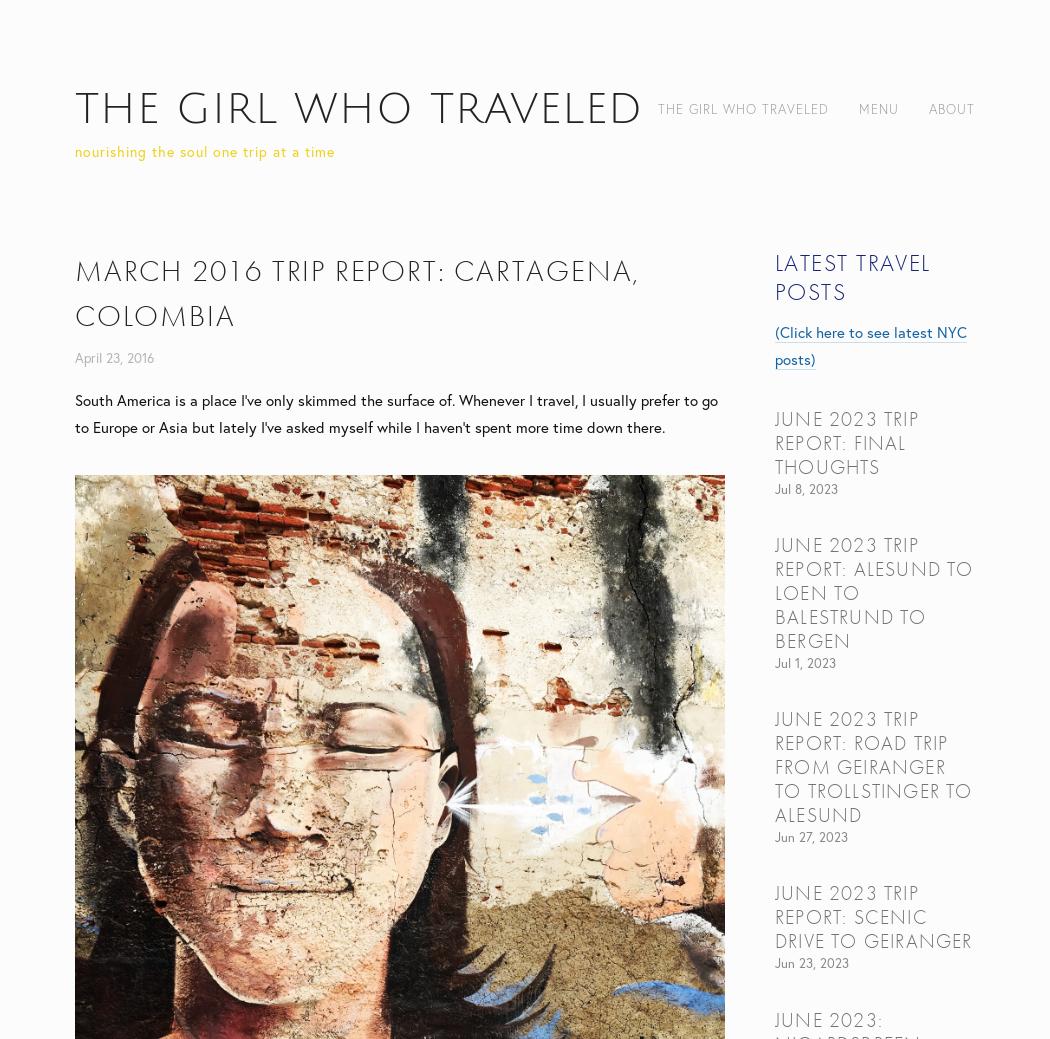 The width and height of the screenshot is (1050, 1039). Describe the element at coordinates (872, 917) in the screenshot. I see `'June 2023 trip report: scenic drive to geiranger'` at that location.